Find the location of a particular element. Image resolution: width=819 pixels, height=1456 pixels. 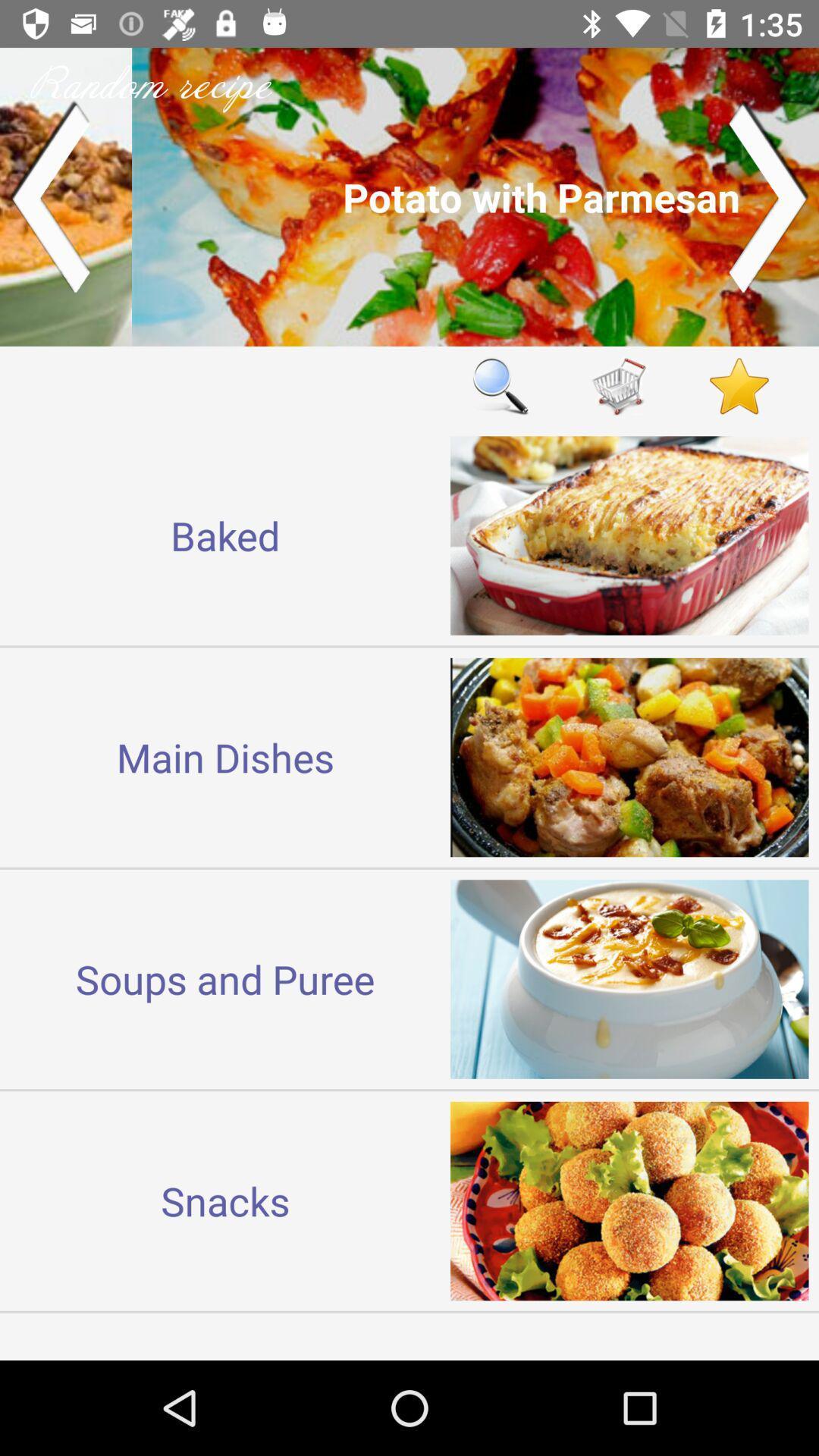

the icon above the main dishes is located at coordinates (225, 535).